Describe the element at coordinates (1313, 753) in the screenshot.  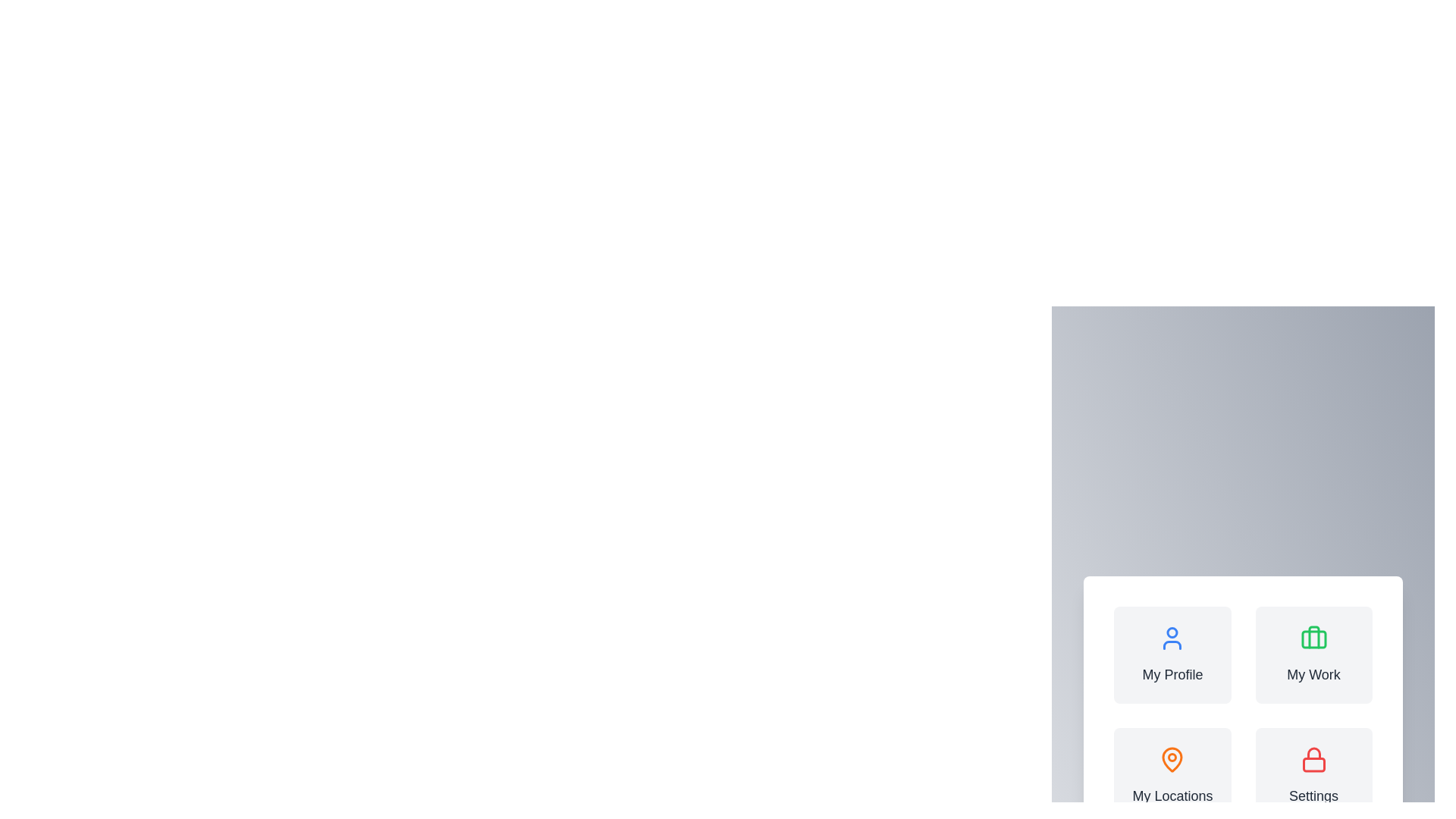
I see `the lock icon representing the 'Settings' option, located in the second row, second column of a 2x2 grid` at that location.